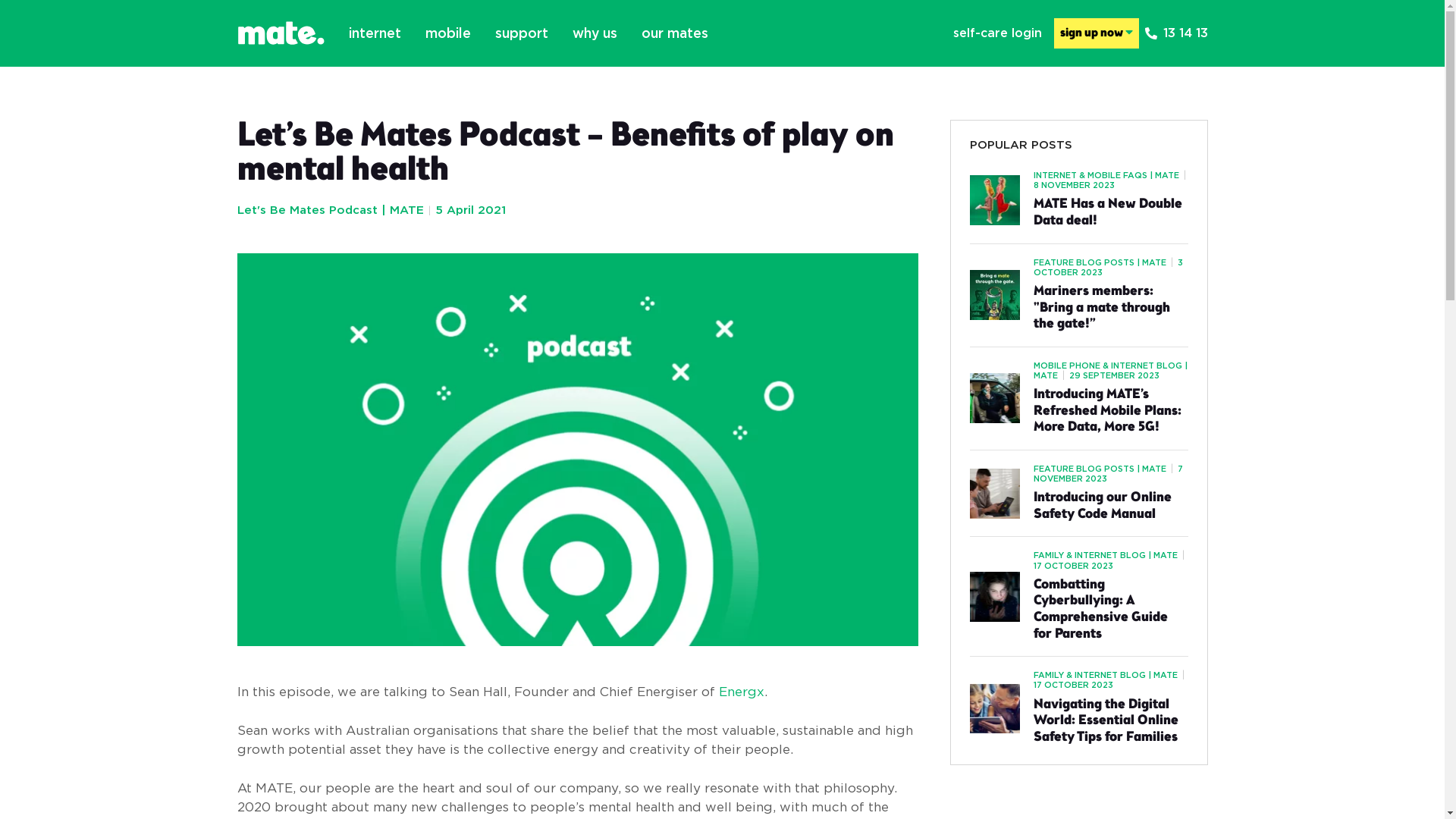  Describe the element at coordinates (593, 33) in the screenshot. I see `'why us'` at that location.